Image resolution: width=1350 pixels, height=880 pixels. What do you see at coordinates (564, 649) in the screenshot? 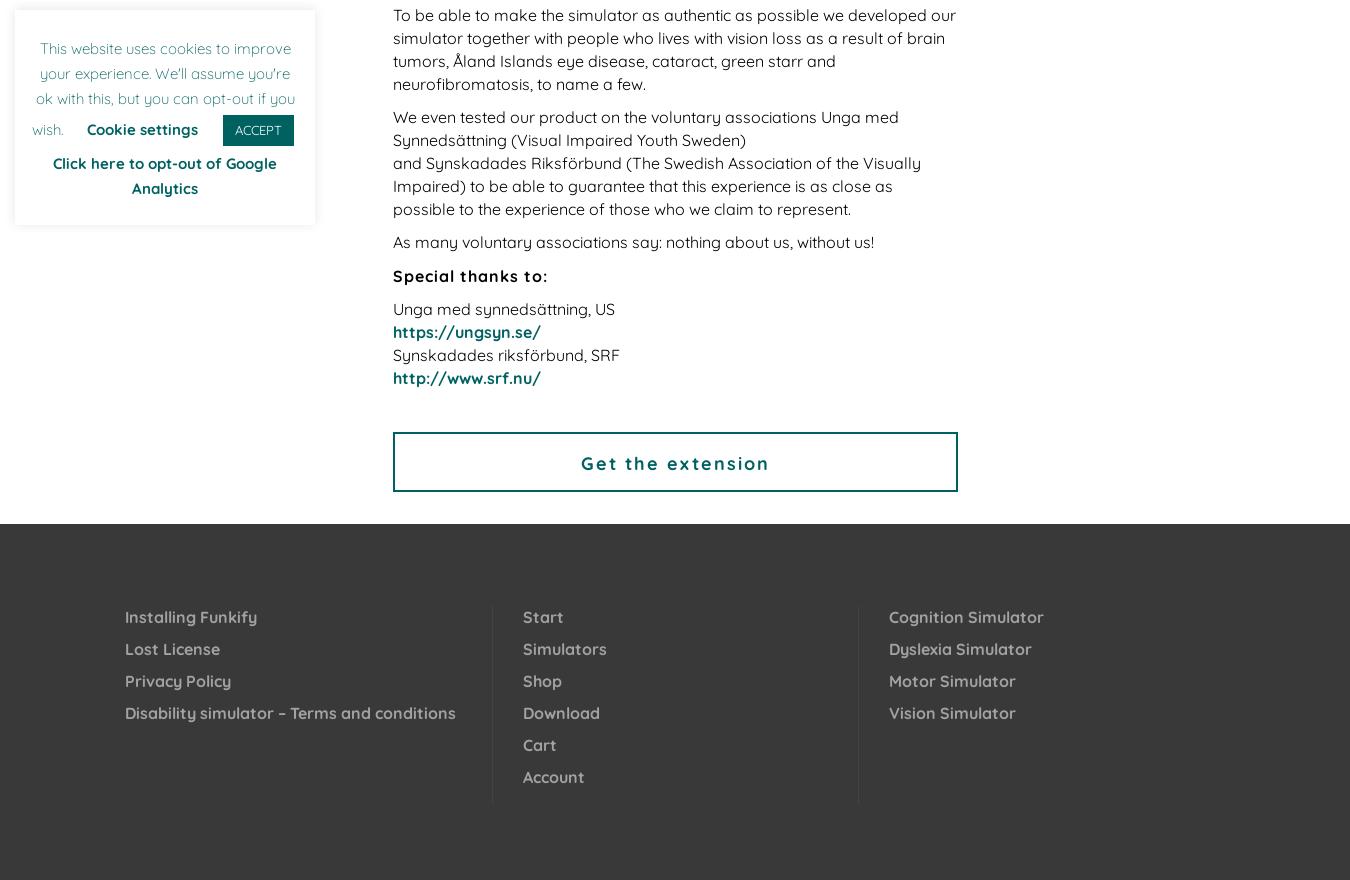
I see `'Simulators'` at bounding box center [564, 649].